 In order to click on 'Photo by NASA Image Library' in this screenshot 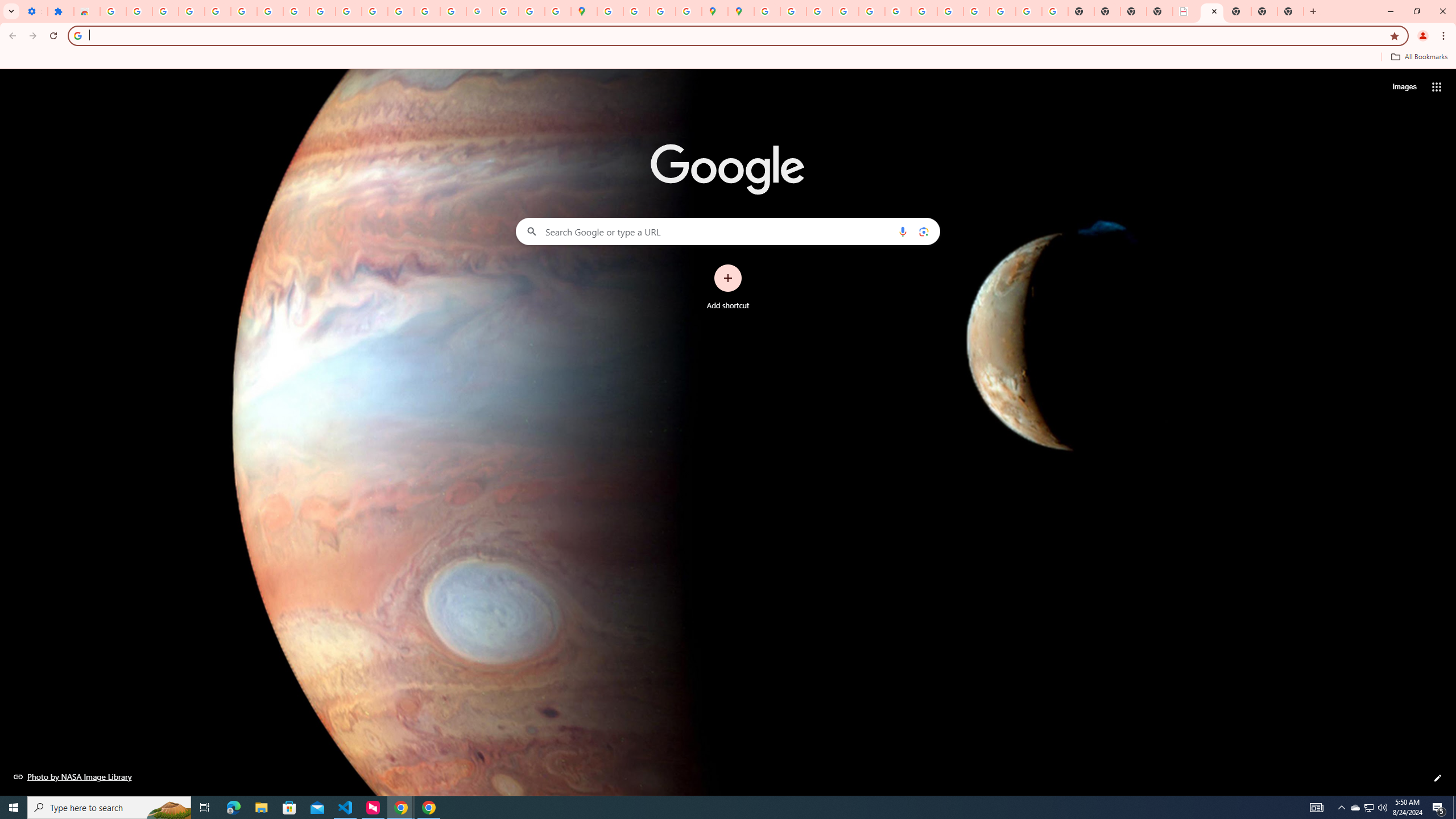, I will do `click(72, 776)`.